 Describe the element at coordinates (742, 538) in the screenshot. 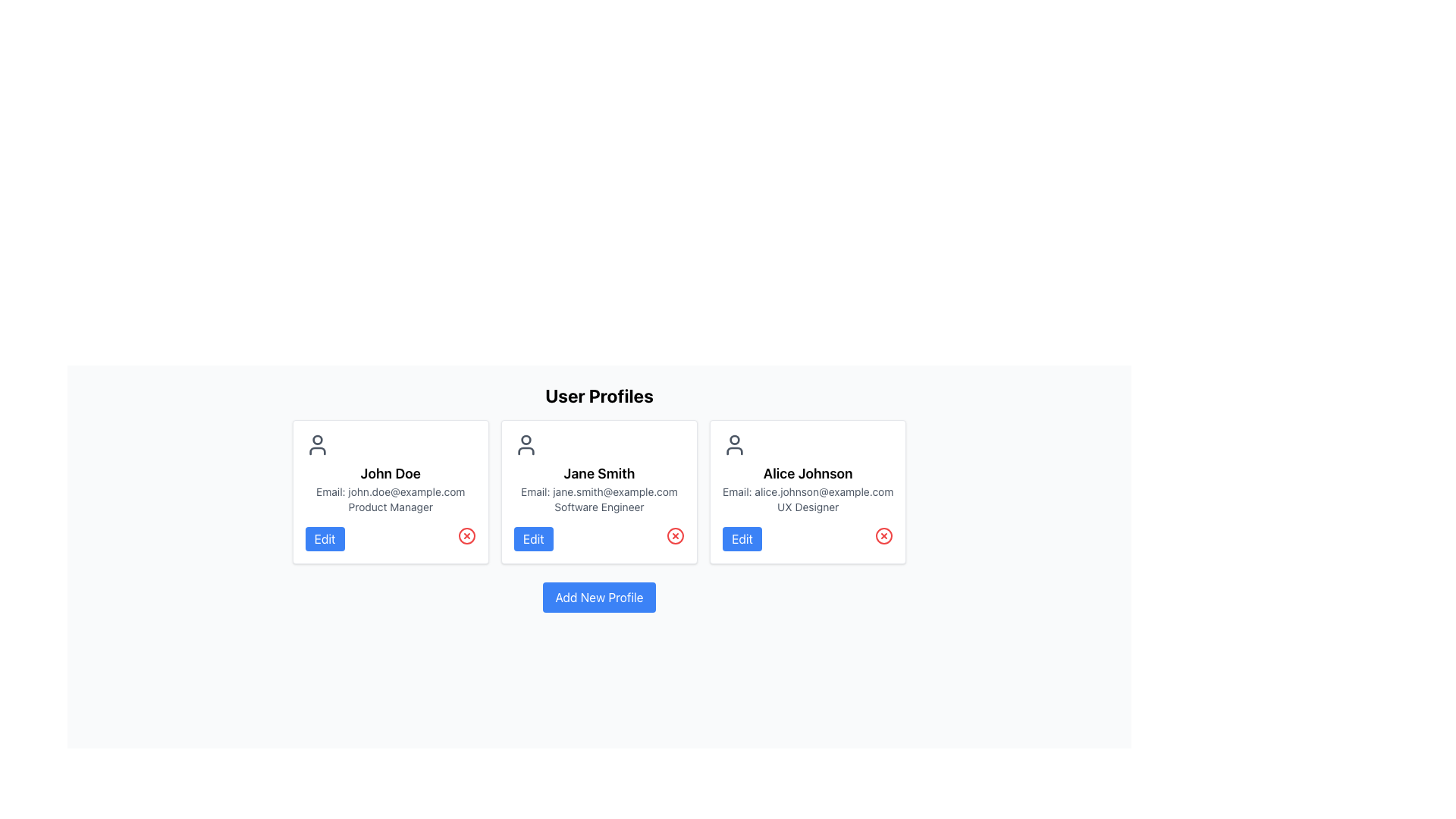

I see `the button that initiates editing the profile information of 'Alice Johnson', located in the 'User Profiles' section, next to a red circular icon` at that location.